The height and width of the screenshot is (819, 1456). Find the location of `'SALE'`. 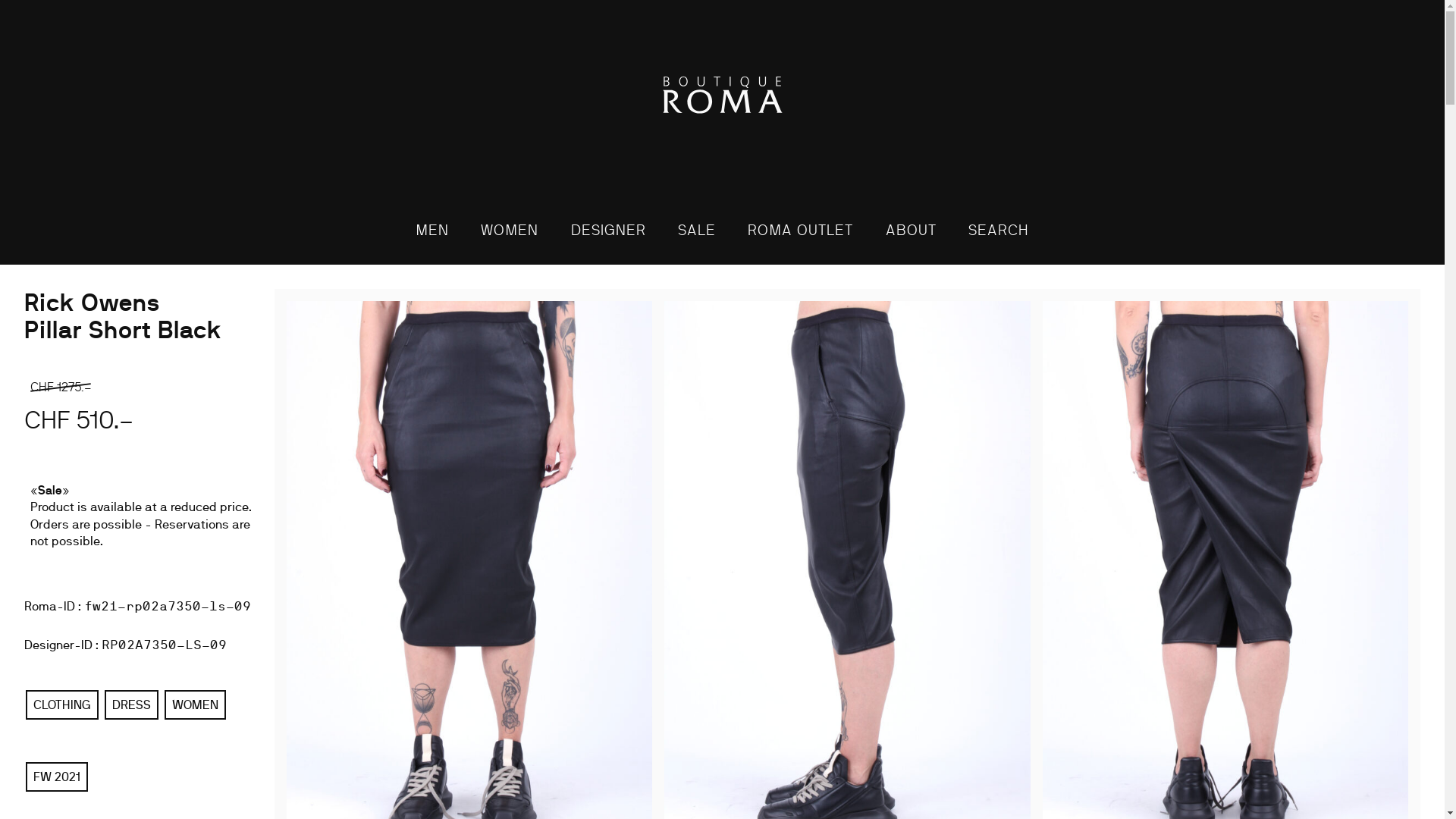

'SALE' is located at coordinates (695, 230).